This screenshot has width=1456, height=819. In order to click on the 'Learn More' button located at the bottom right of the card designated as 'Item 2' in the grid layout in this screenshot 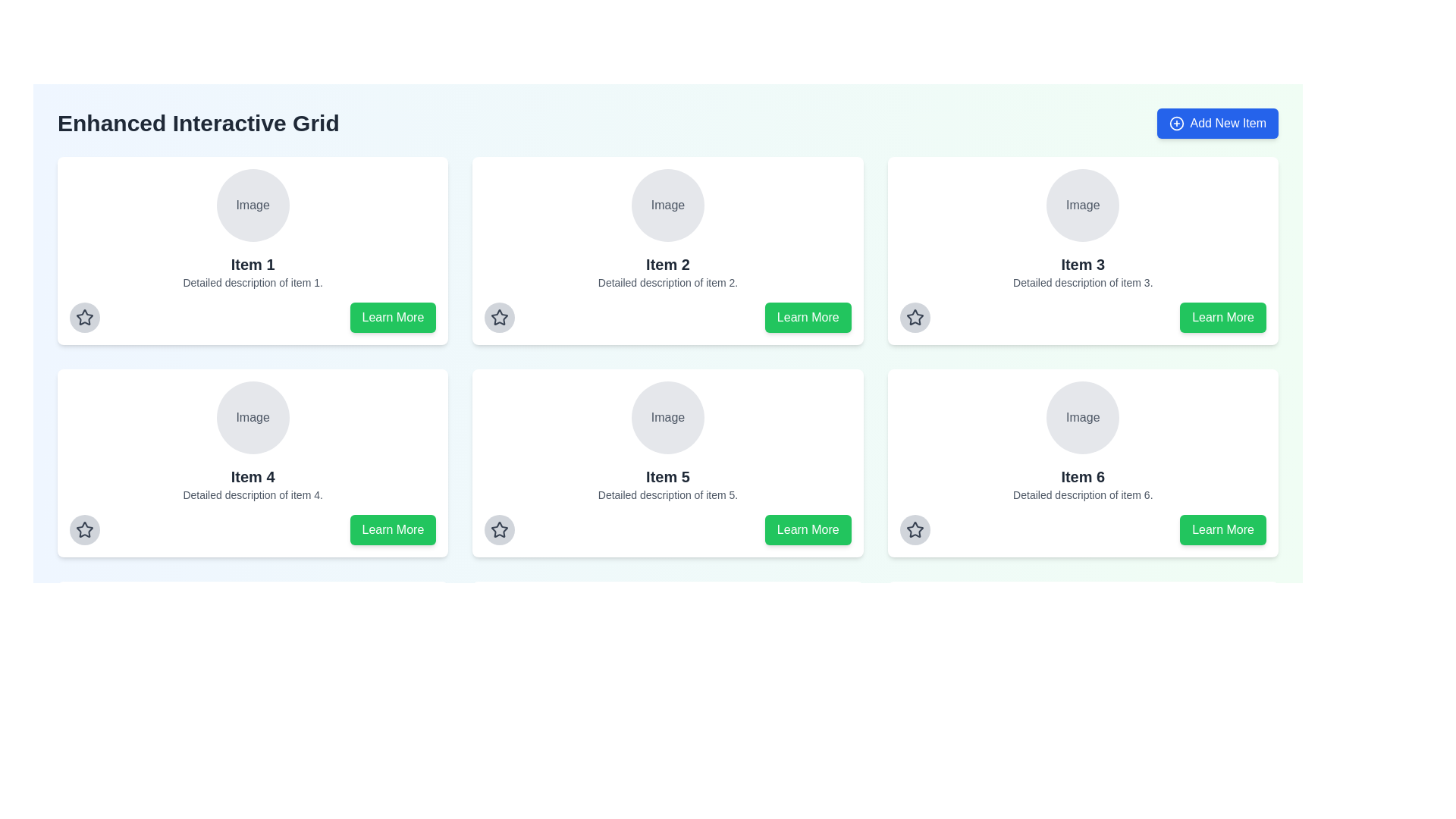, I will do `click(807, 317)`.